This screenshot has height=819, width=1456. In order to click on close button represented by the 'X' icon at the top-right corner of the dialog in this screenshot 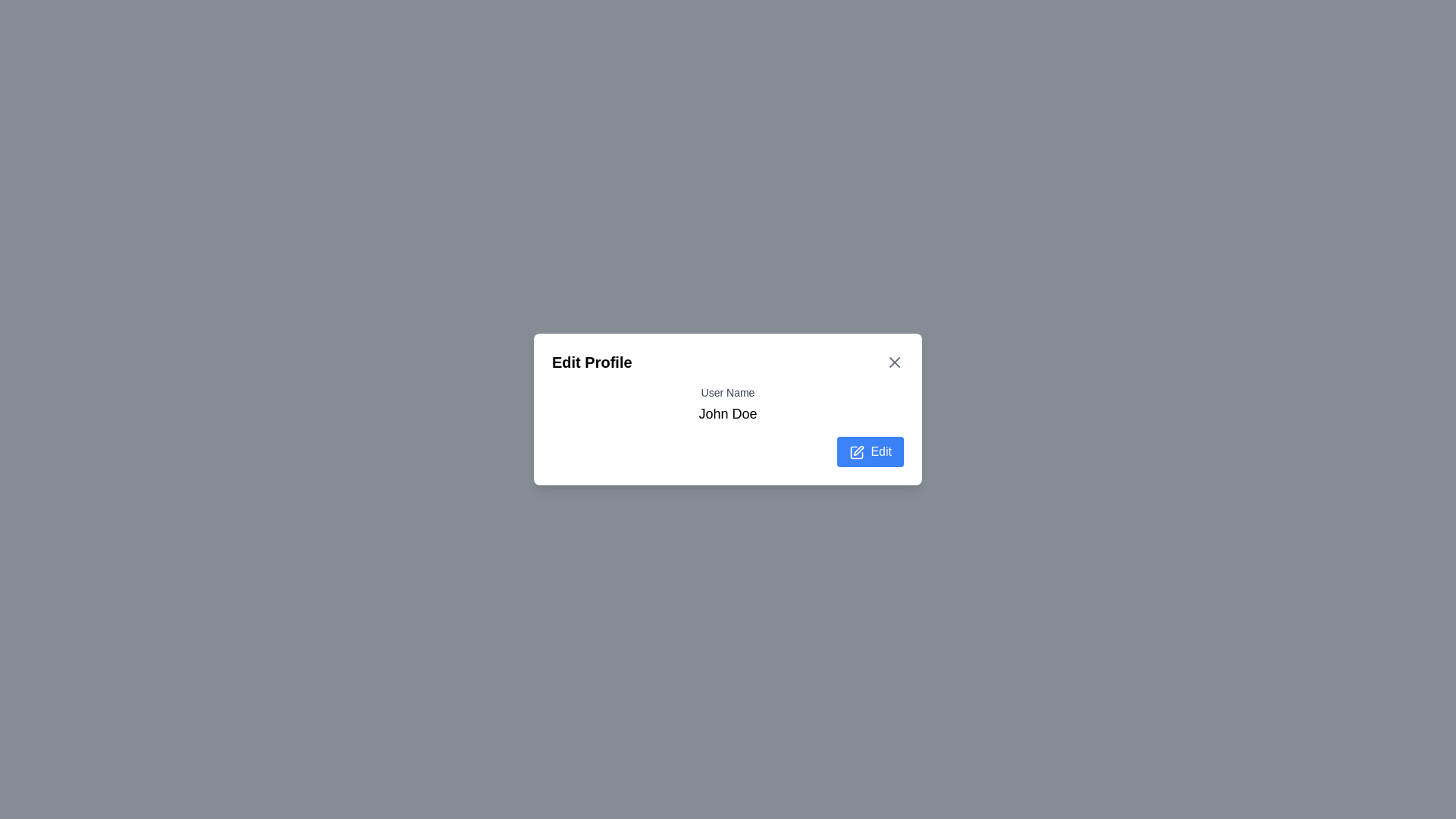, I will do `click(895, 362)`.